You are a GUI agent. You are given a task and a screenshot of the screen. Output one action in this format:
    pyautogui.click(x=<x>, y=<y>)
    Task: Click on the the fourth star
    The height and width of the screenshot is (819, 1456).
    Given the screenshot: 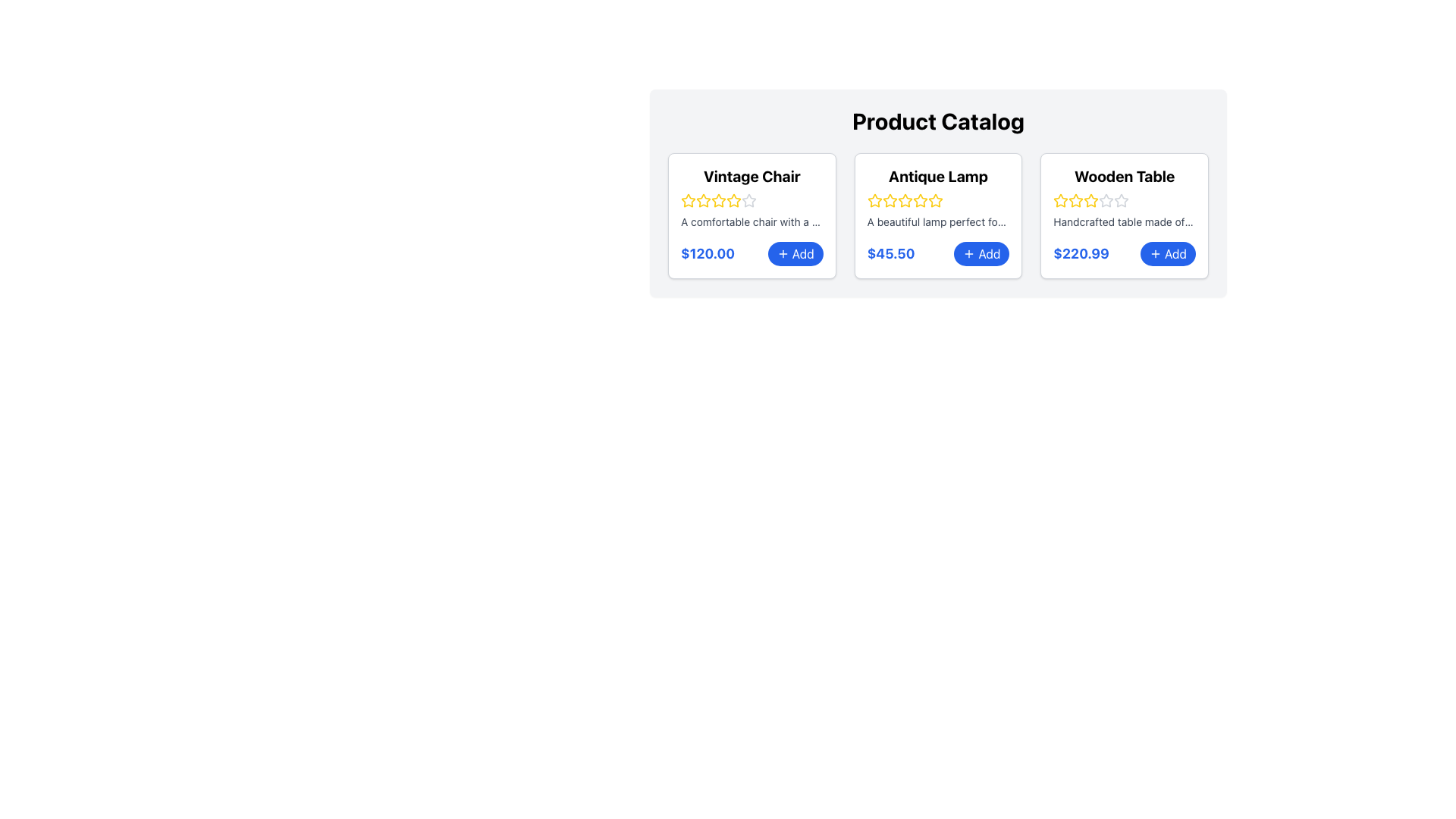 What is the action you would take?
    pyautogui.click(x=905, y=200)
    